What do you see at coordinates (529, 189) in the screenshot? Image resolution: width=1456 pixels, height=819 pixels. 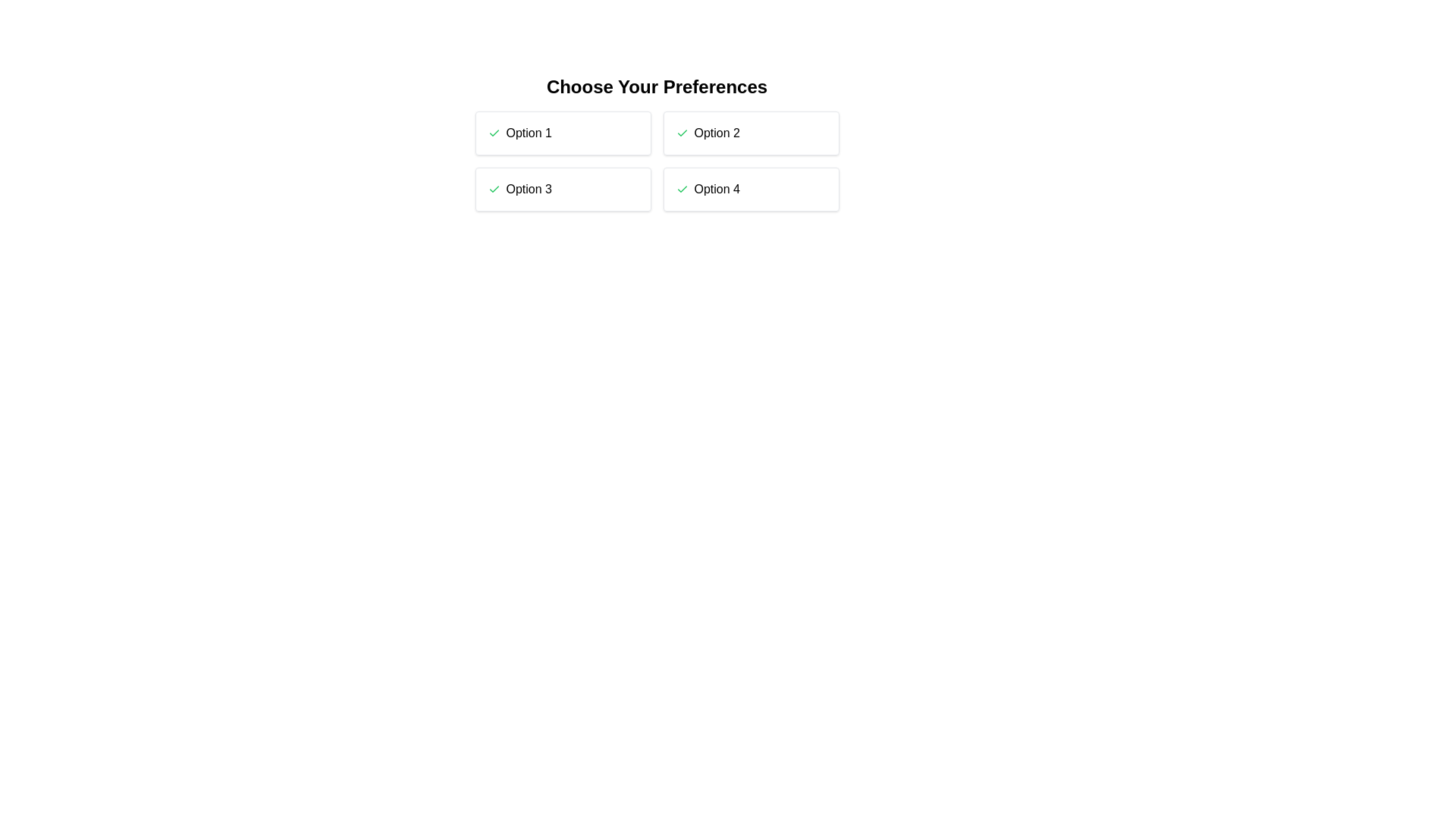 I see `the text label of the option Option 3` at bounding box center [529, 189].